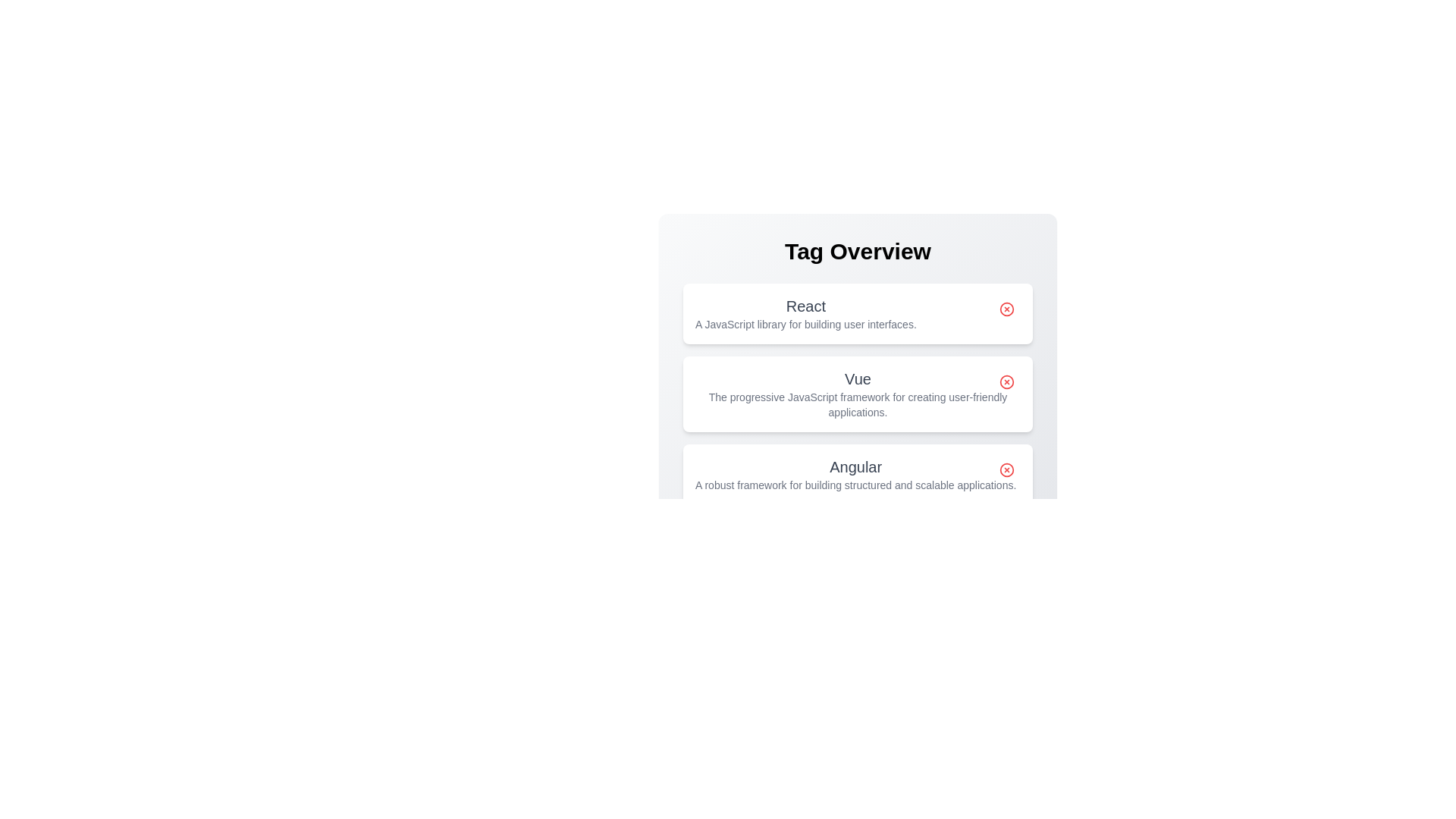  What do you see at coordinates (1007, 309) in the screenshot?
I see `close button on the tag labeled React` at bounding box center [1007, 309].